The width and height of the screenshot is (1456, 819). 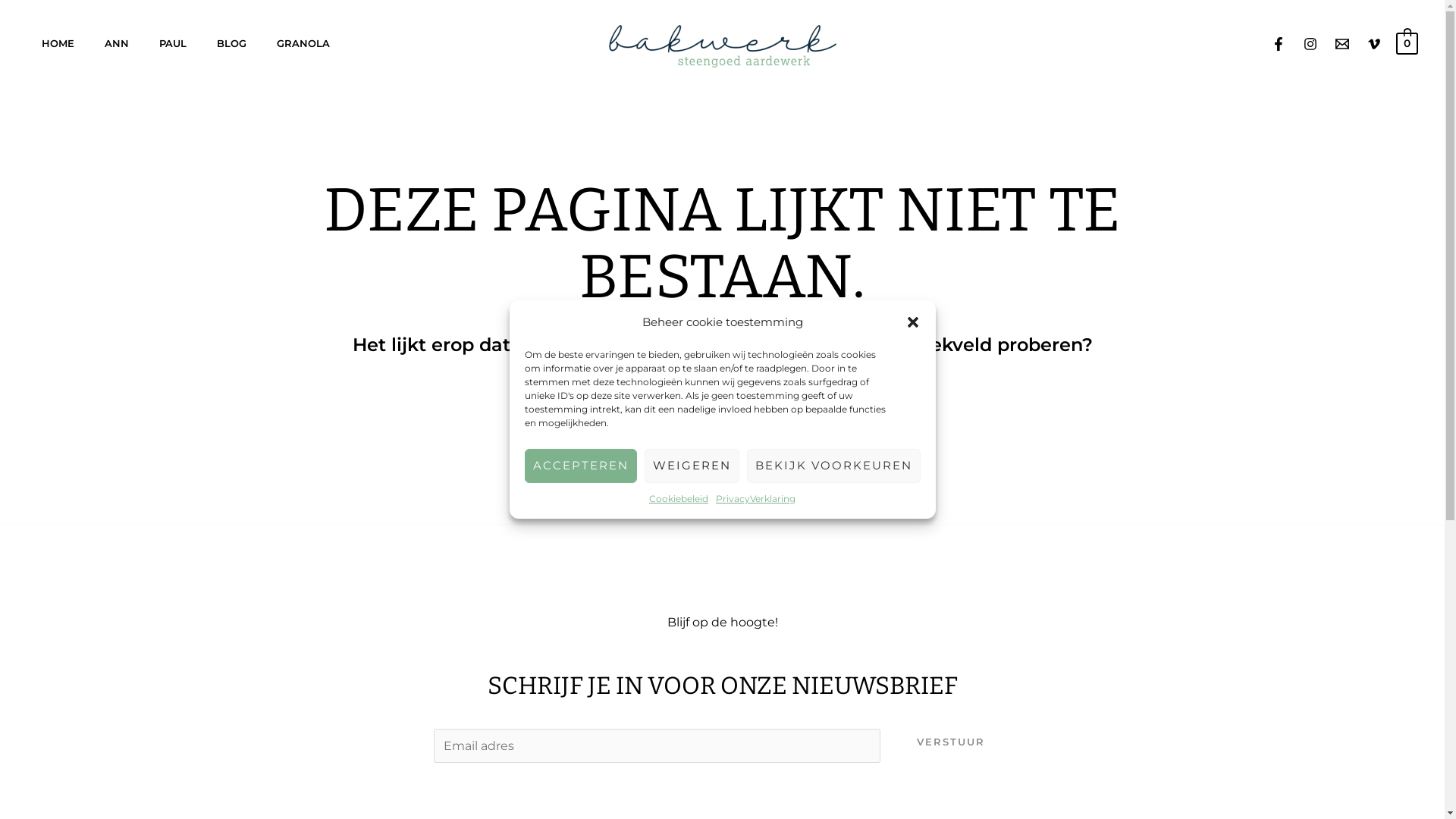 What do you see at coordinates (524, 465) in the screenshot?
I see `'ACCEPTEREN'` at bounding box center [524, 465].